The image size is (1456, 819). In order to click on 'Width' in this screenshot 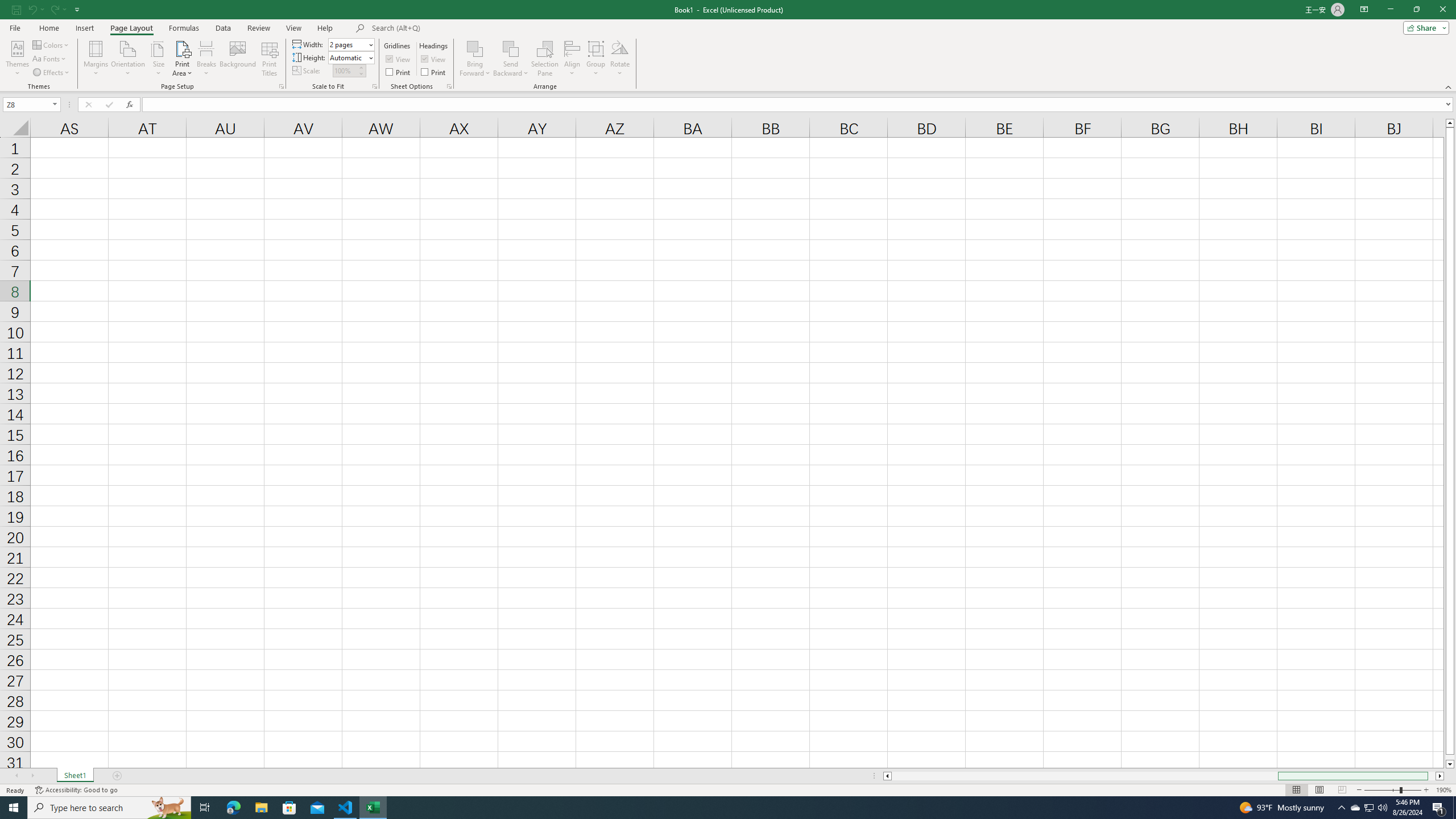, I will do `click(350, 44)`.